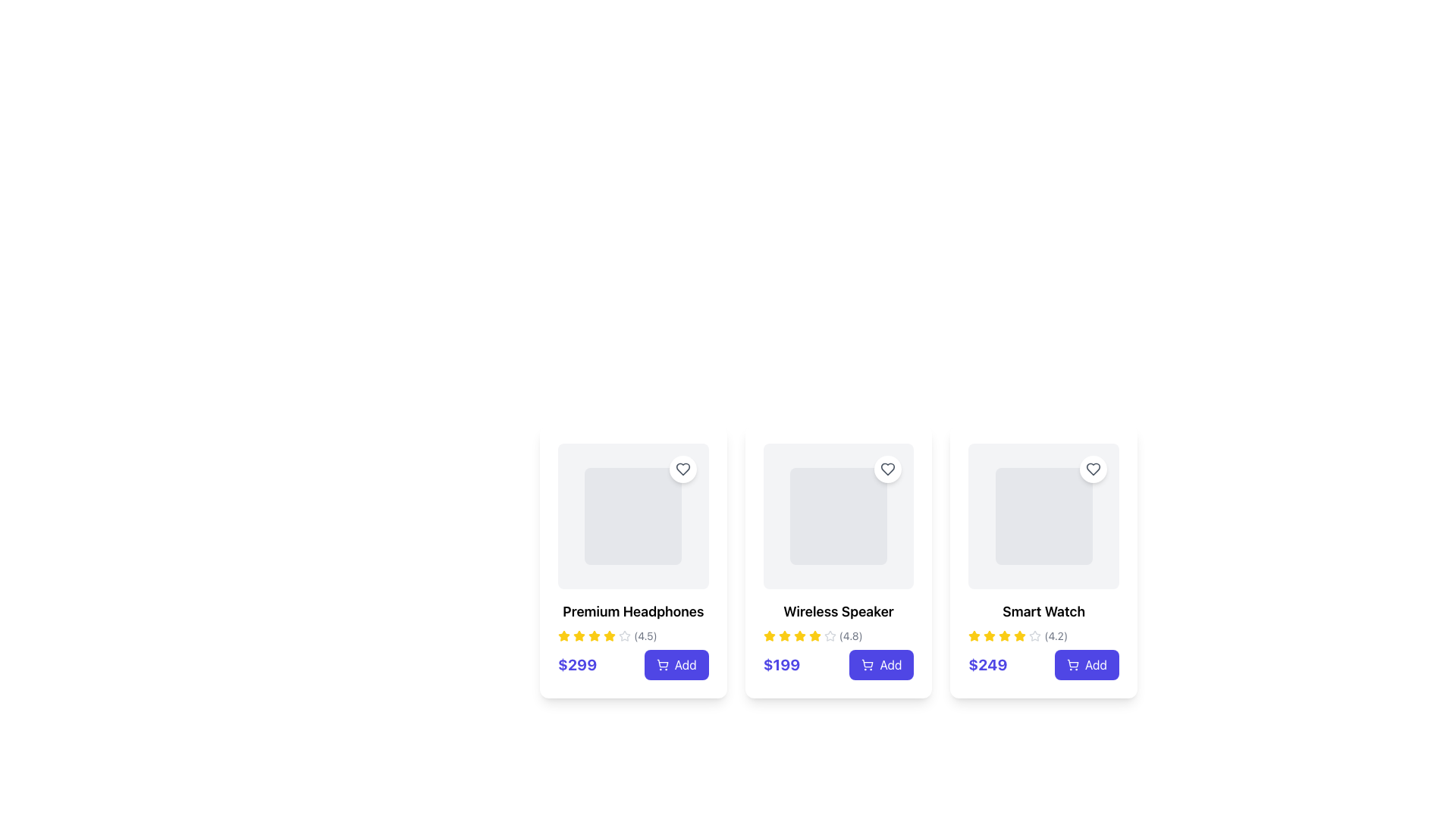 The width and height of the screenshot is (1456, 819). I want to click on the fifth star-shaped icon with a yellow fill in the rating section of the 'Wireless Speaker' product card to interact with the rating system, so click(814, 636).